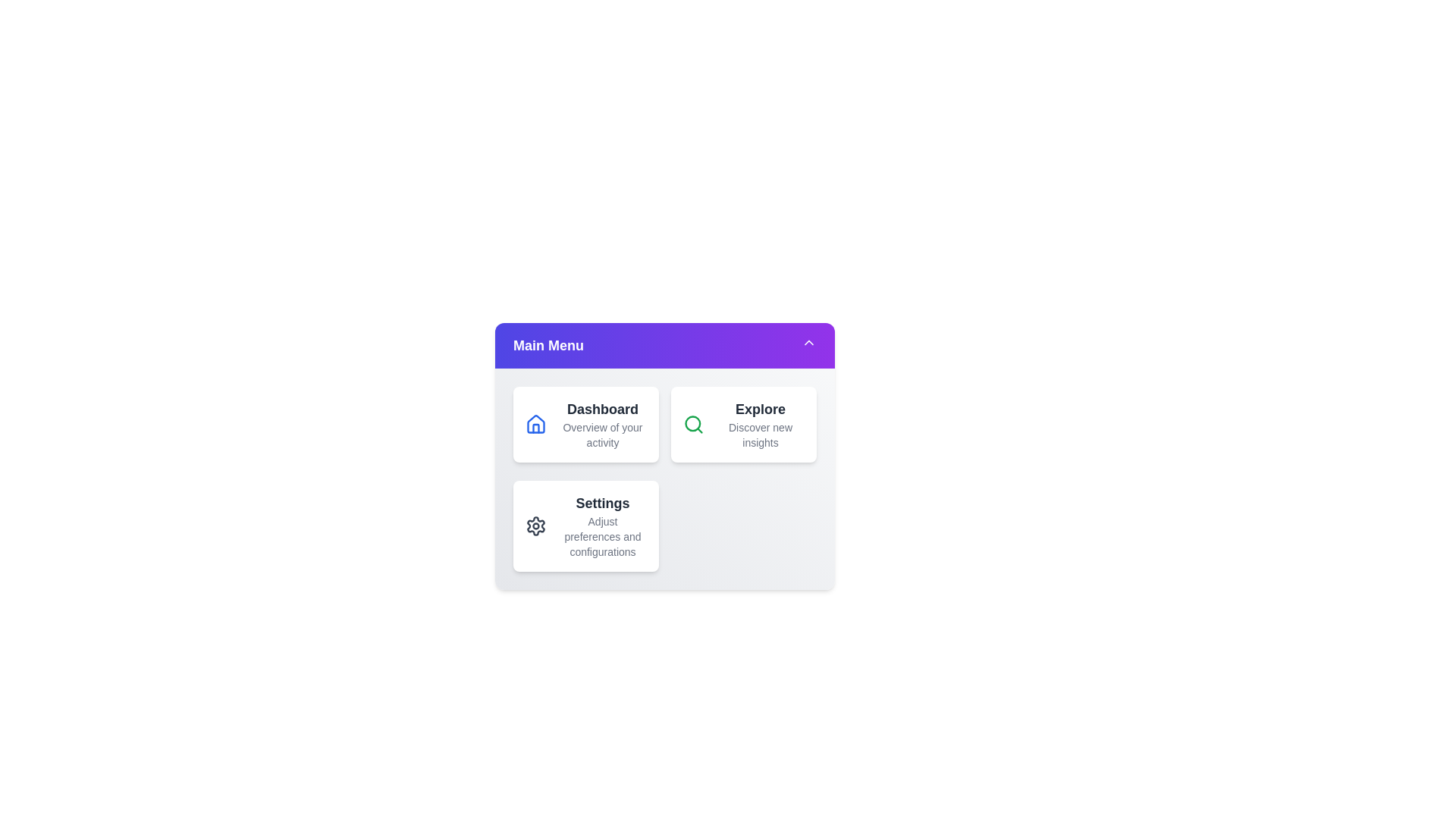 This screenshot has height=819, width=1456. Describe the element at coordinates (693, 424) in the screenshot. I see `the Explore icon to provide feedback` at that location.